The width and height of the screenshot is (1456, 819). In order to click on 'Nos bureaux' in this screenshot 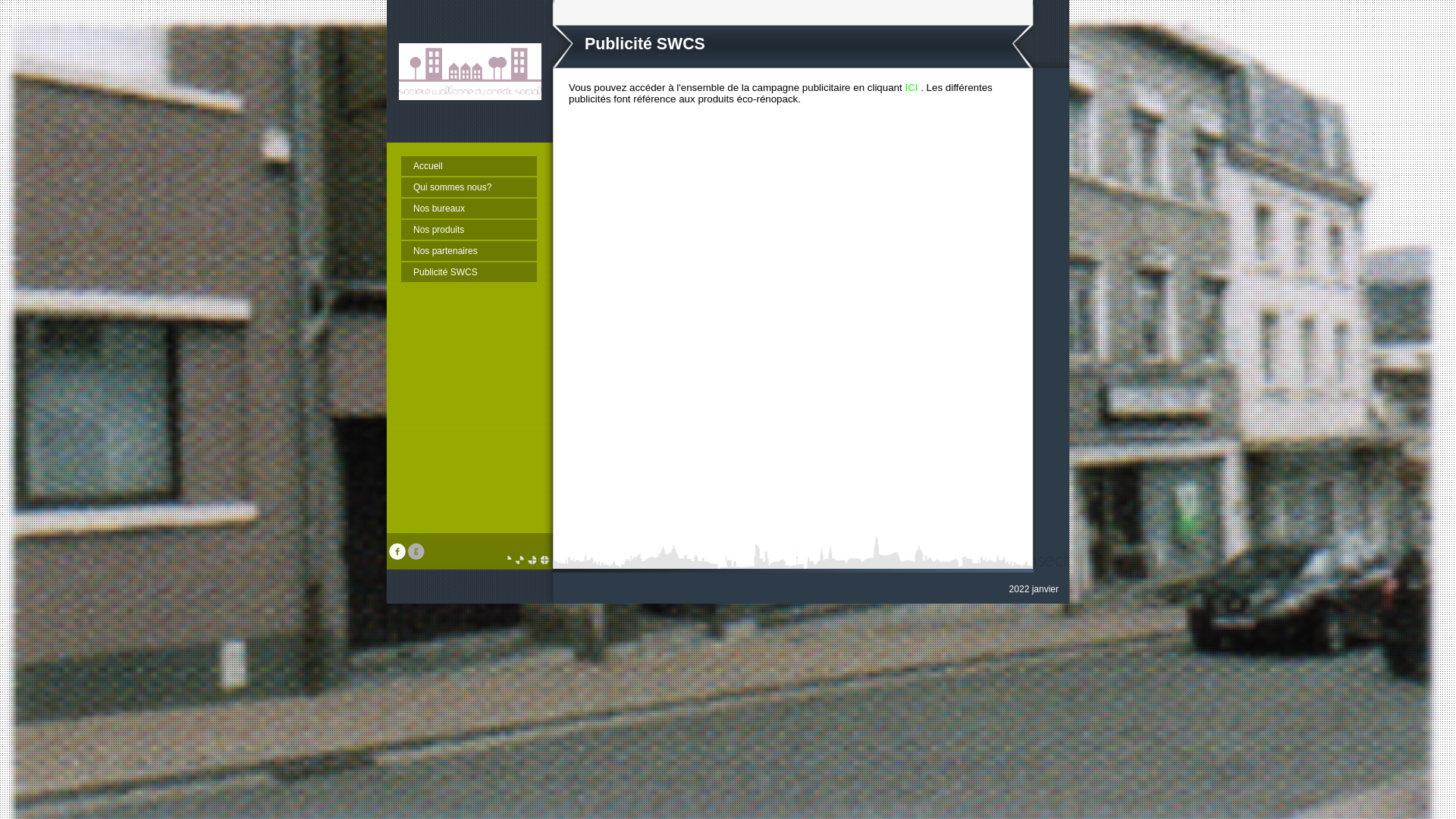, I will do `click(400, 208)`.